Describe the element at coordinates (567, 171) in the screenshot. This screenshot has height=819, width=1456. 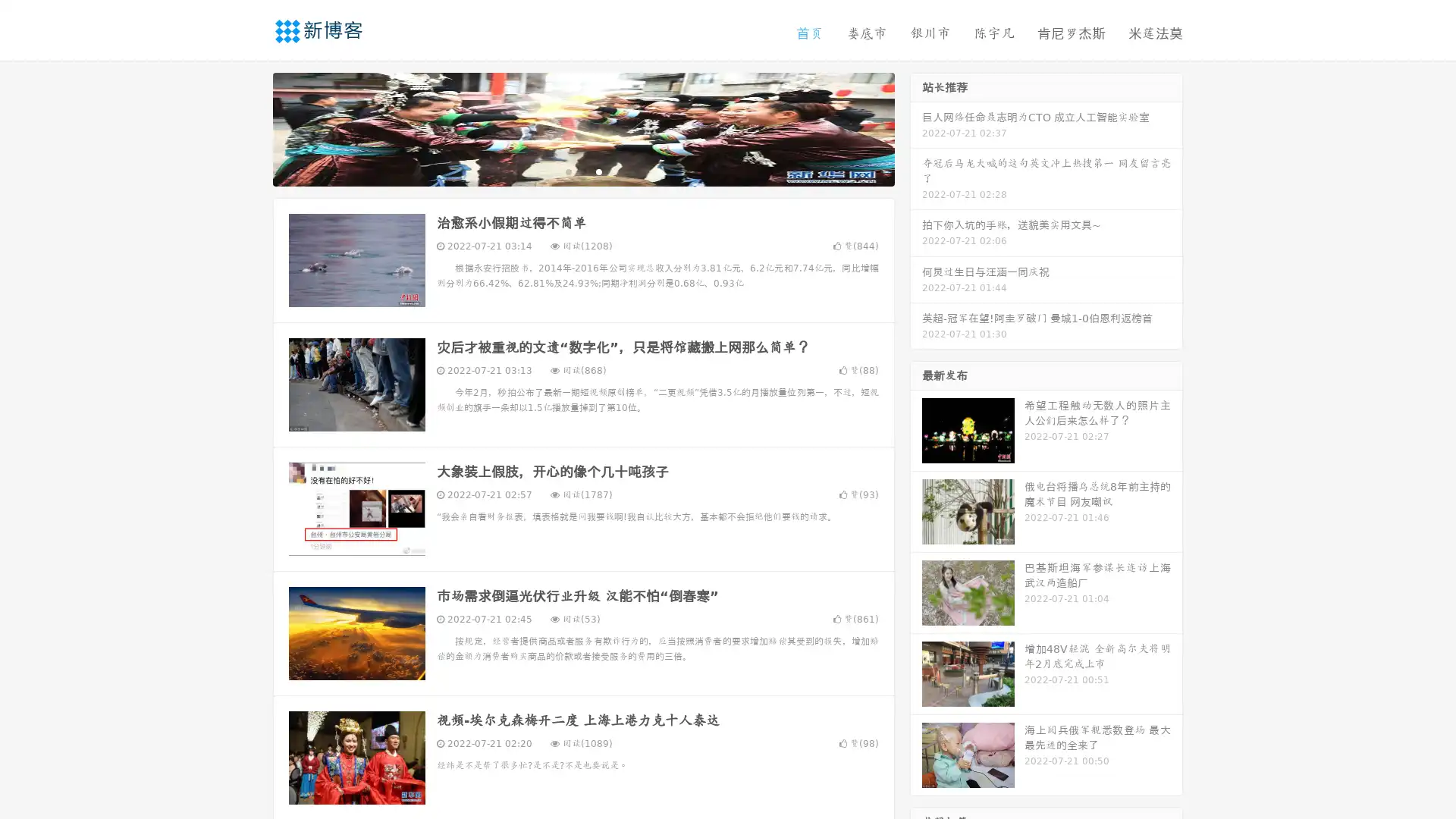
I see `Go to slide 1` at that location.